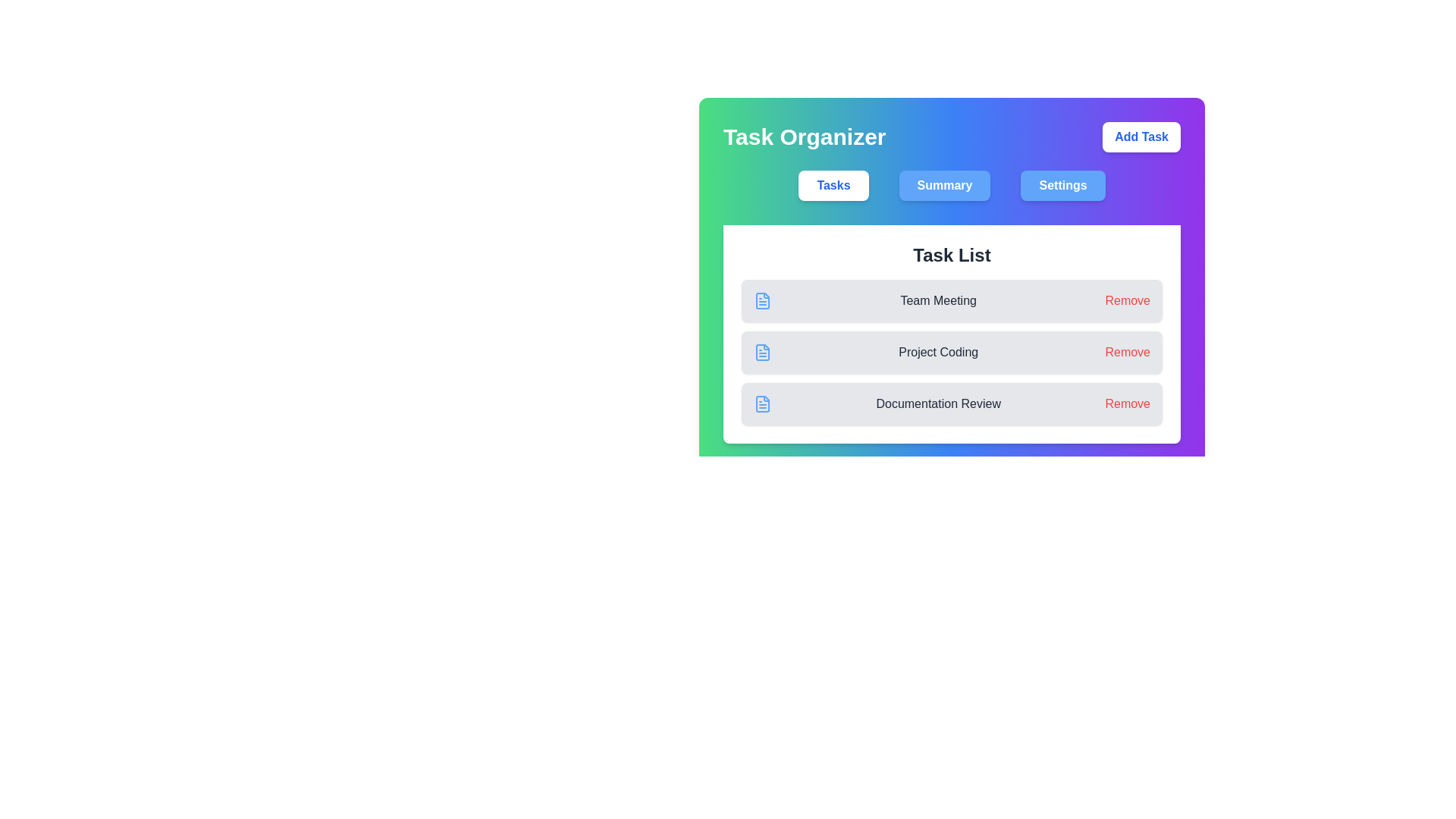  I want to click on the static text label displaying 'Project Coding' in the second task card of the vertically stacked list of tasks, so click(937, 353).